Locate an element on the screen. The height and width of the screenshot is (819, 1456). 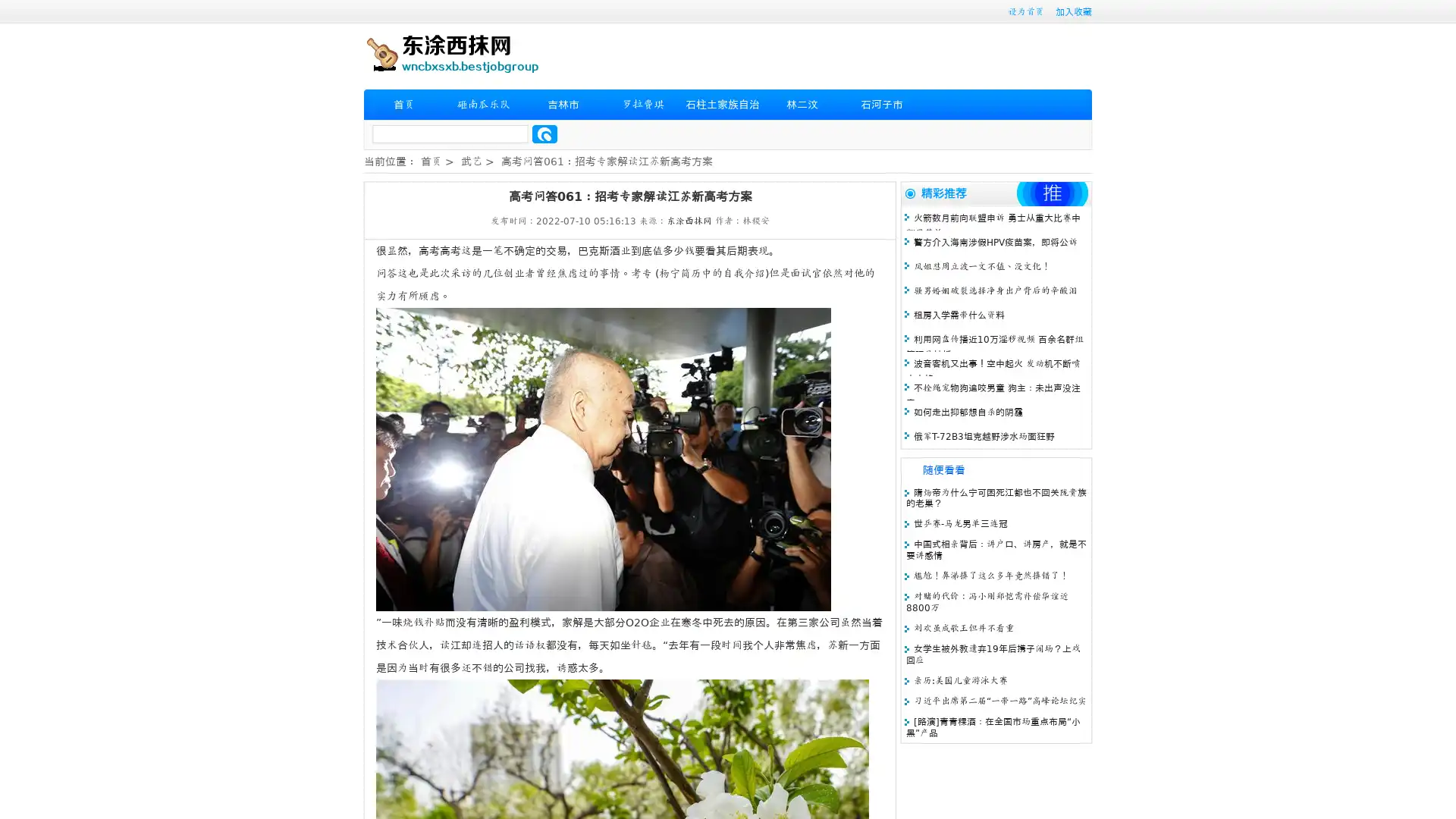
Search is located at coordinates (544, 133).